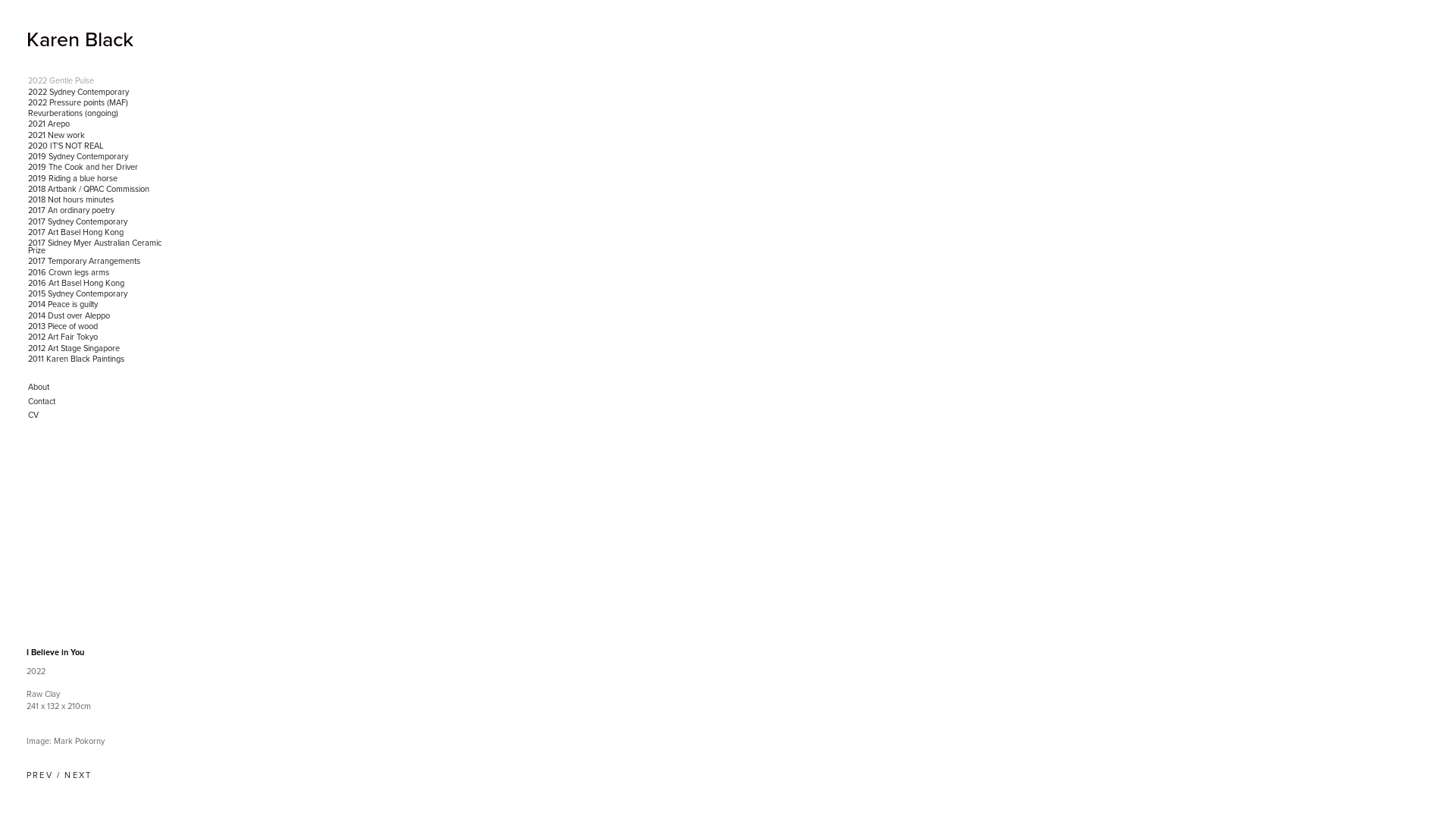 The width and height of the screenshot is (1456, 819). What do you see at coordinates (97, 246) in the screenshot?
I see `'2017 Sidney Myer Australian Ceramic Prize'` at bounding box center [97, 246].